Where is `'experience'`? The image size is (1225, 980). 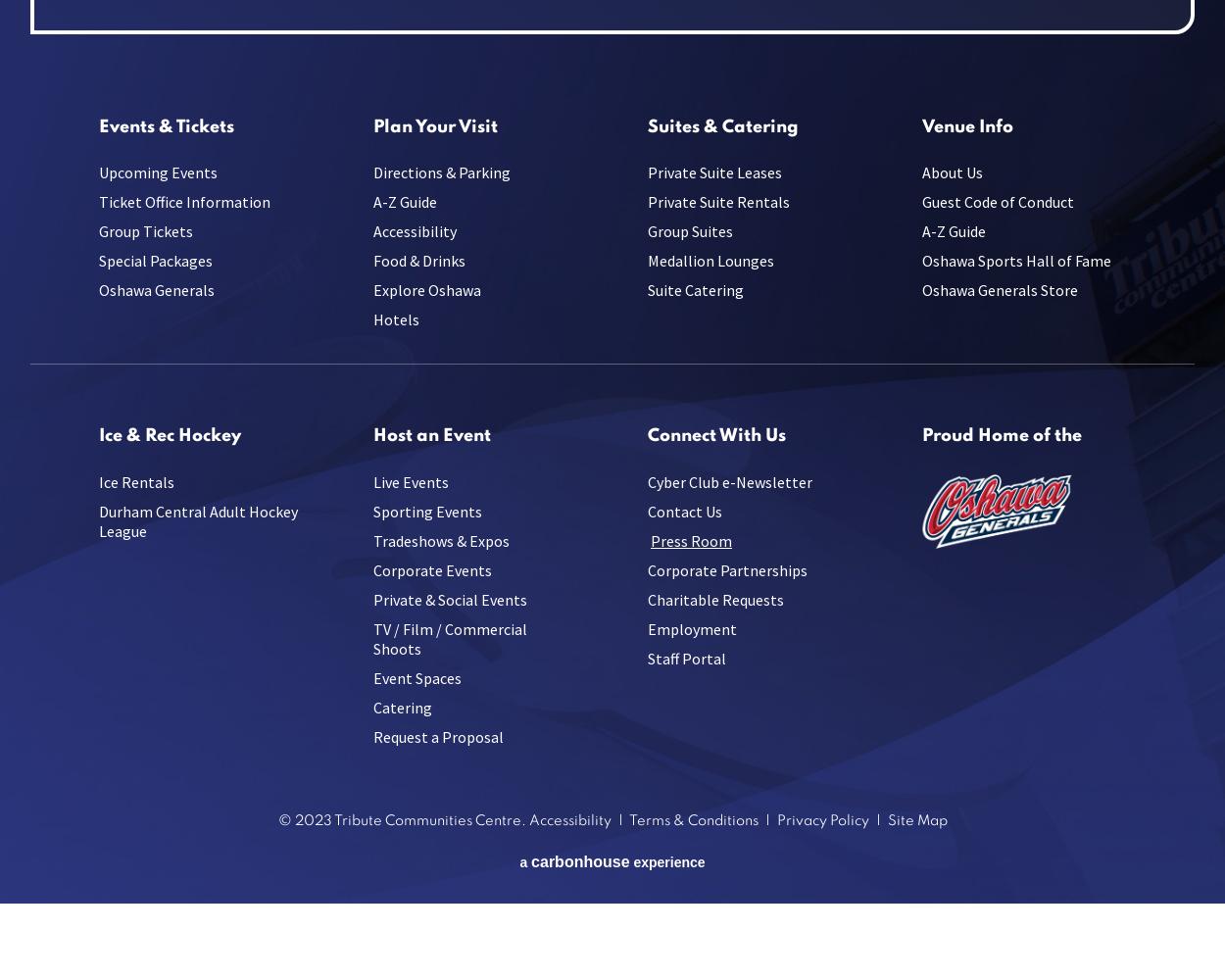
'experience' is located at coordinates (666, 861).